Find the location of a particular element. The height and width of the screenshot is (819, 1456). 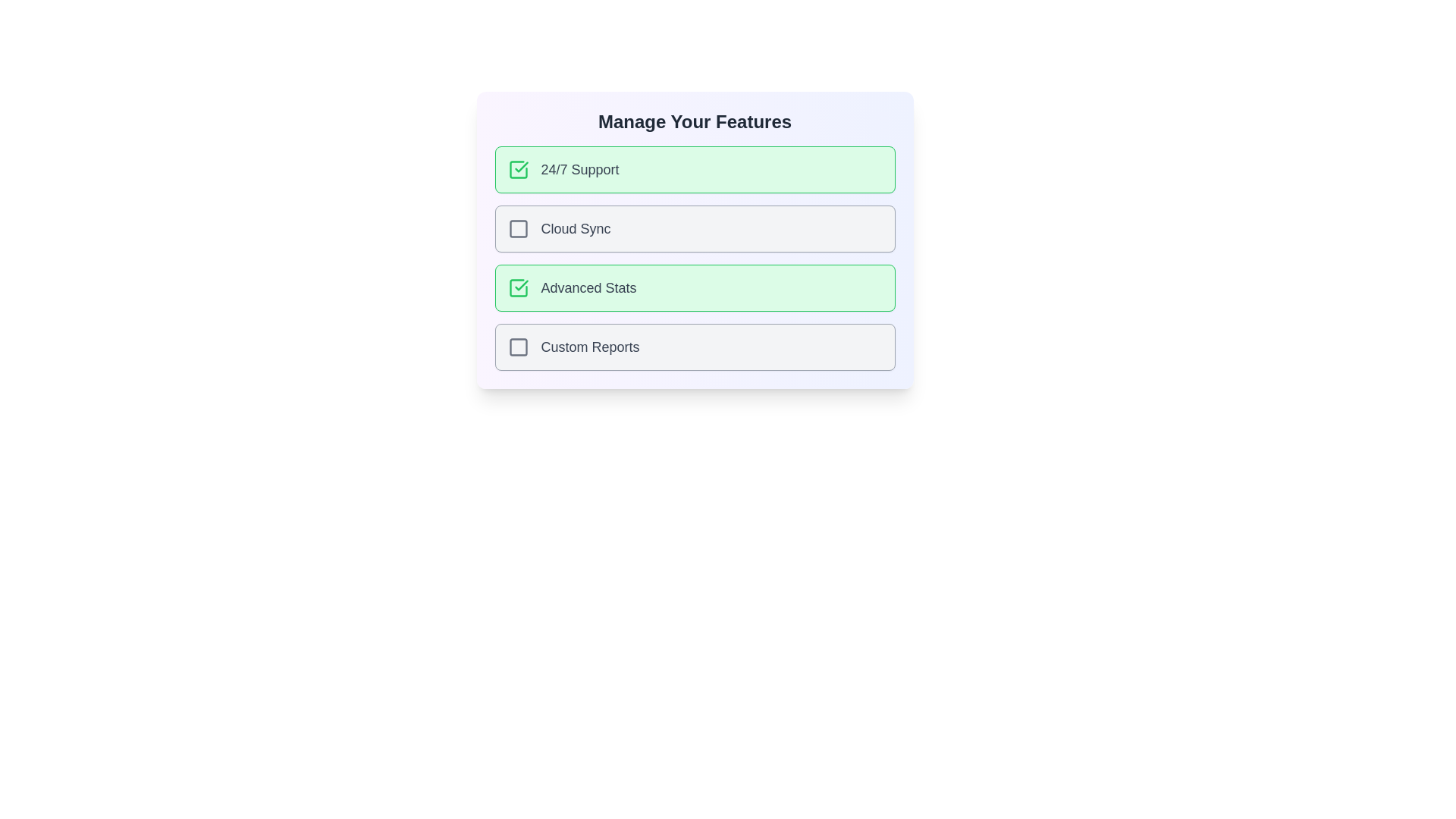

the gray checkbox icon located is located at coordinates (518, 228).